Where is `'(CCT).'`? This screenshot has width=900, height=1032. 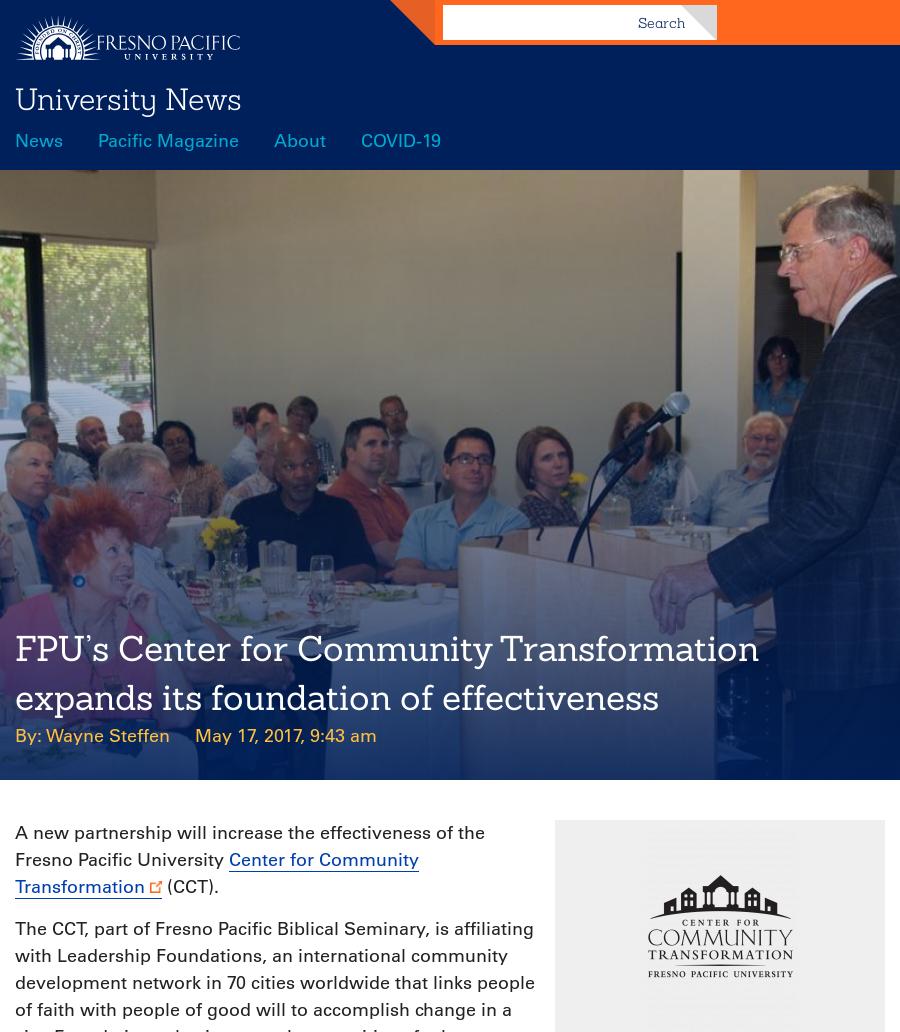 '(CCT).' is located at coordinates (162, 887).